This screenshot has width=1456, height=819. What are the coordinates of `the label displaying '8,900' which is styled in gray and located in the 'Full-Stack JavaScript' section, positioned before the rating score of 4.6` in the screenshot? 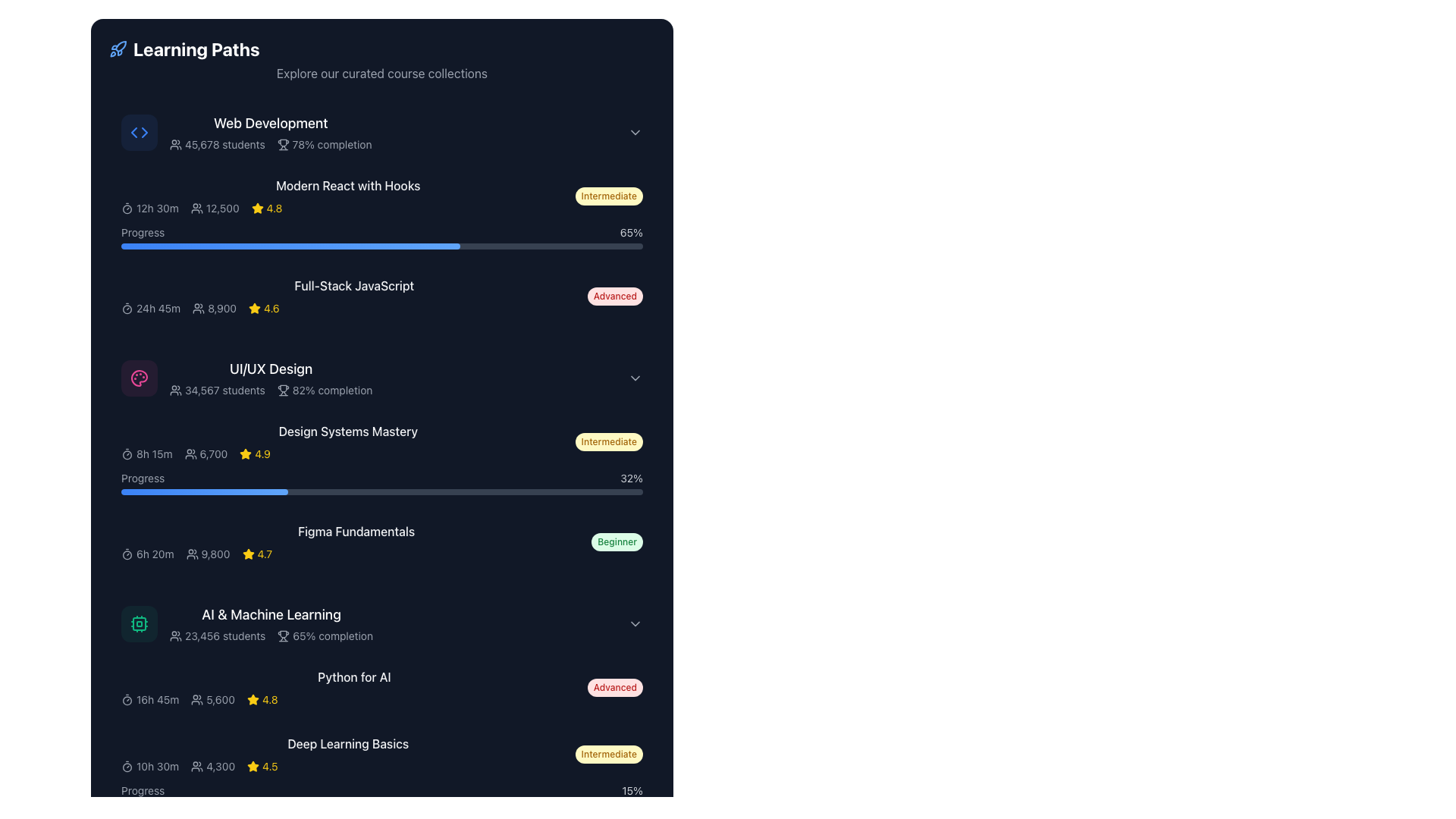 It's located at (214, 308).